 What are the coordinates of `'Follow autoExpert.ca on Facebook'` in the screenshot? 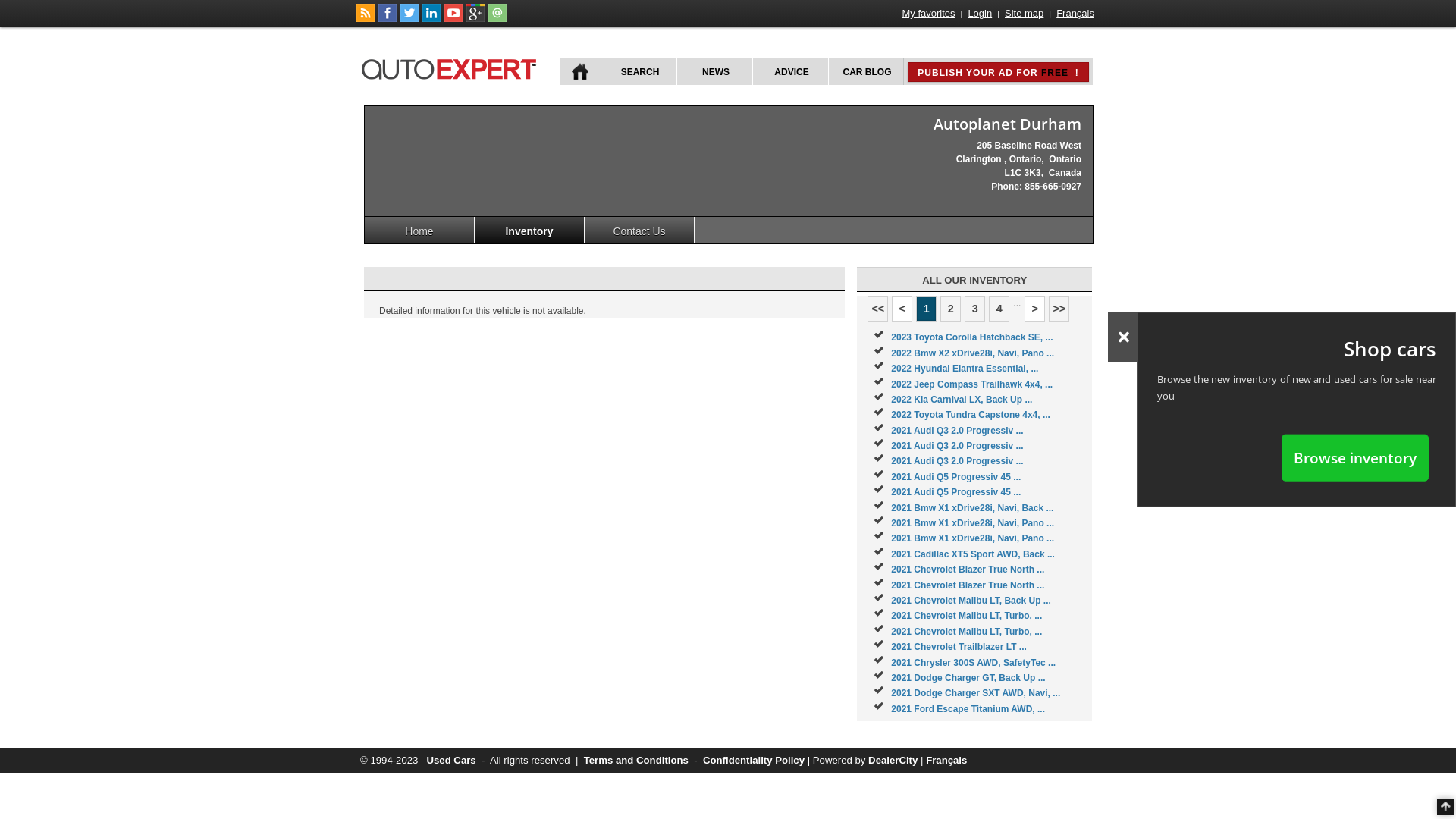 It's located at (387, 18).